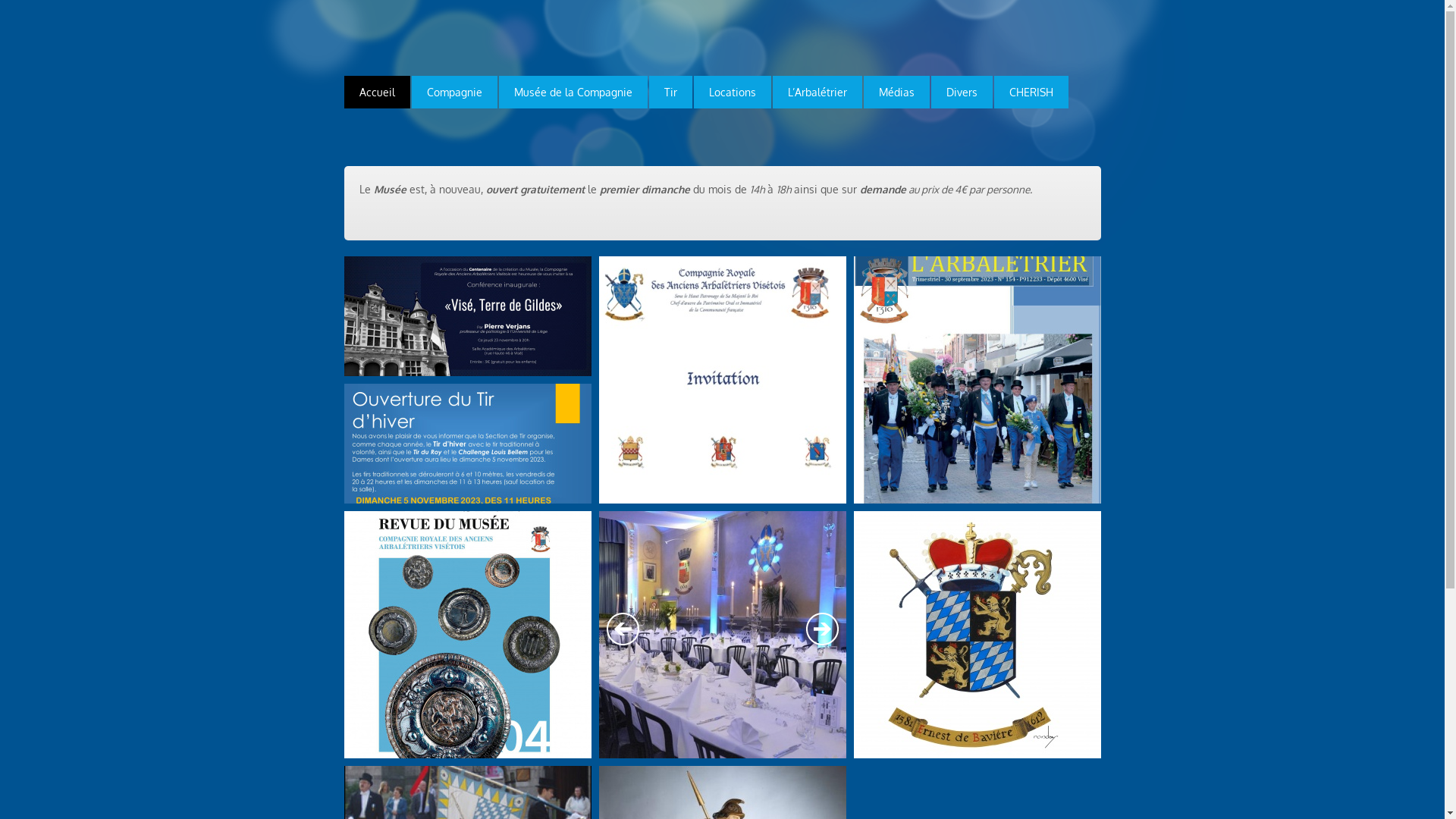 The height and width of the screenshot is (819, 1456). I want to click on 'CHERISH', so click(1030, 92).